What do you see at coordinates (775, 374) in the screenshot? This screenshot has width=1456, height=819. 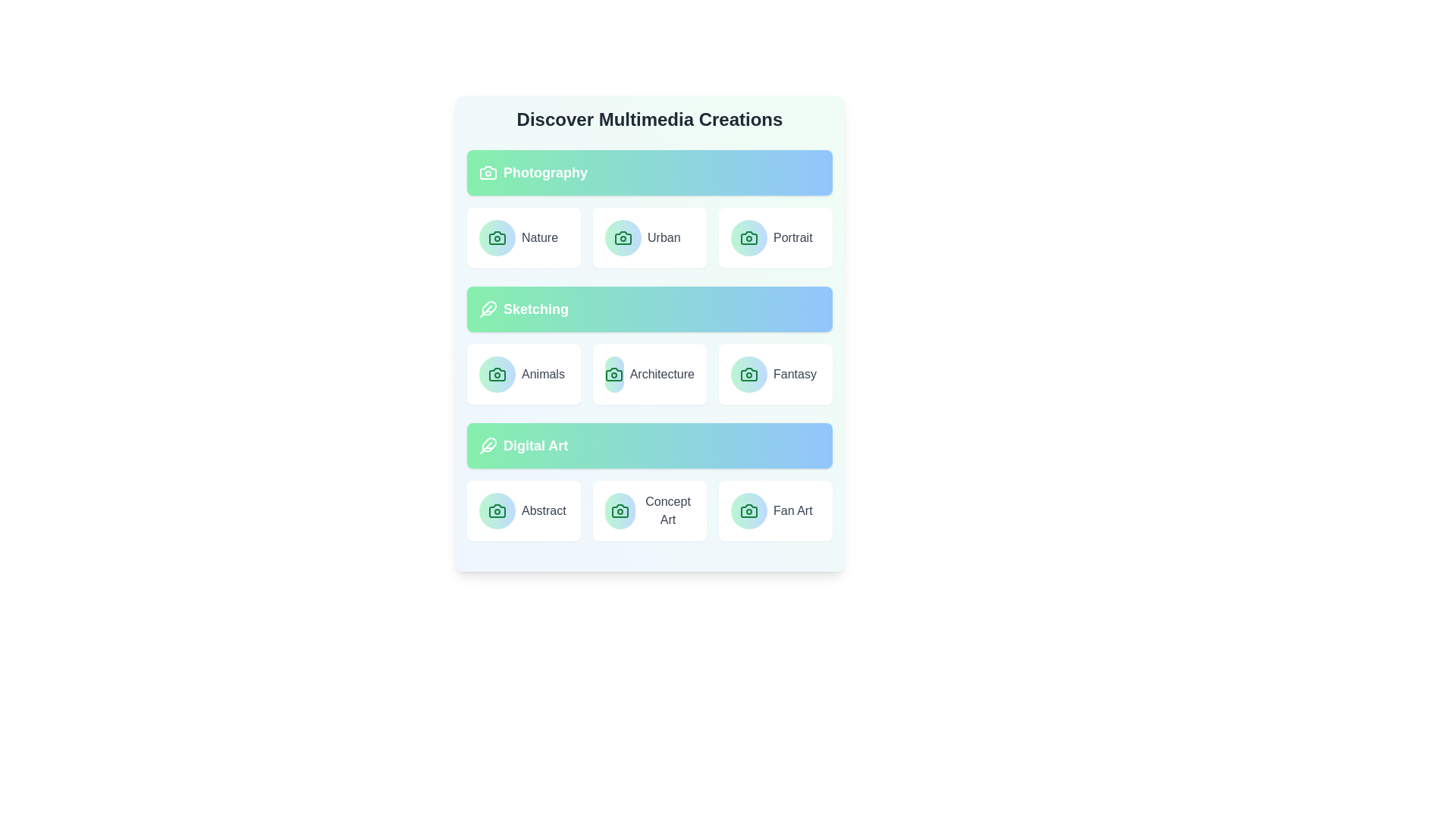 I see `the item Fantasy within the category Sketching` at bounding box center [775, 374].